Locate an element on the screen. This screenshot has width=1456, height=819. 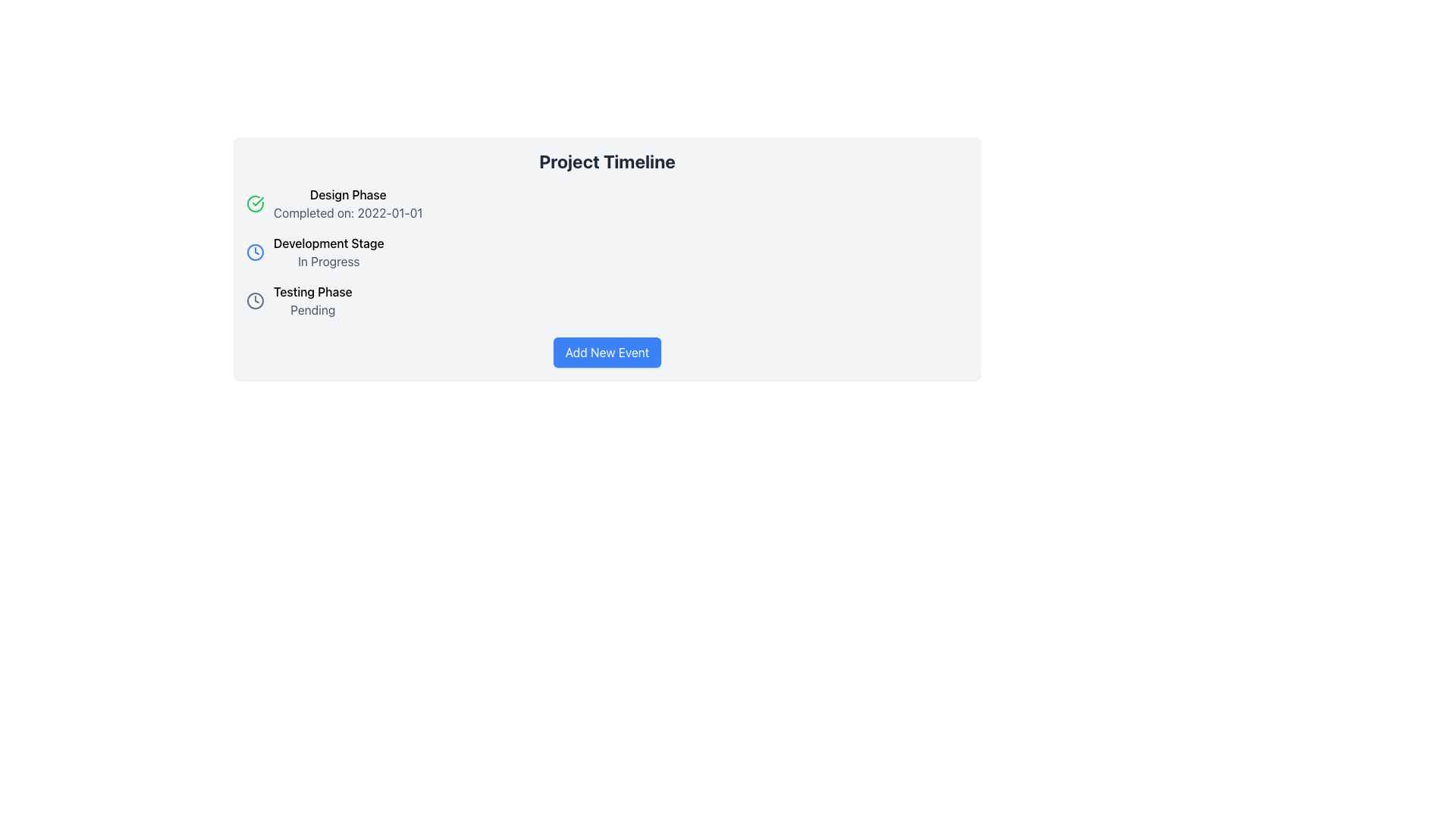
the green circle with a check mark icon to acknowledge the completion of the 'Design Phase' task is located at coordinates (255, 203).